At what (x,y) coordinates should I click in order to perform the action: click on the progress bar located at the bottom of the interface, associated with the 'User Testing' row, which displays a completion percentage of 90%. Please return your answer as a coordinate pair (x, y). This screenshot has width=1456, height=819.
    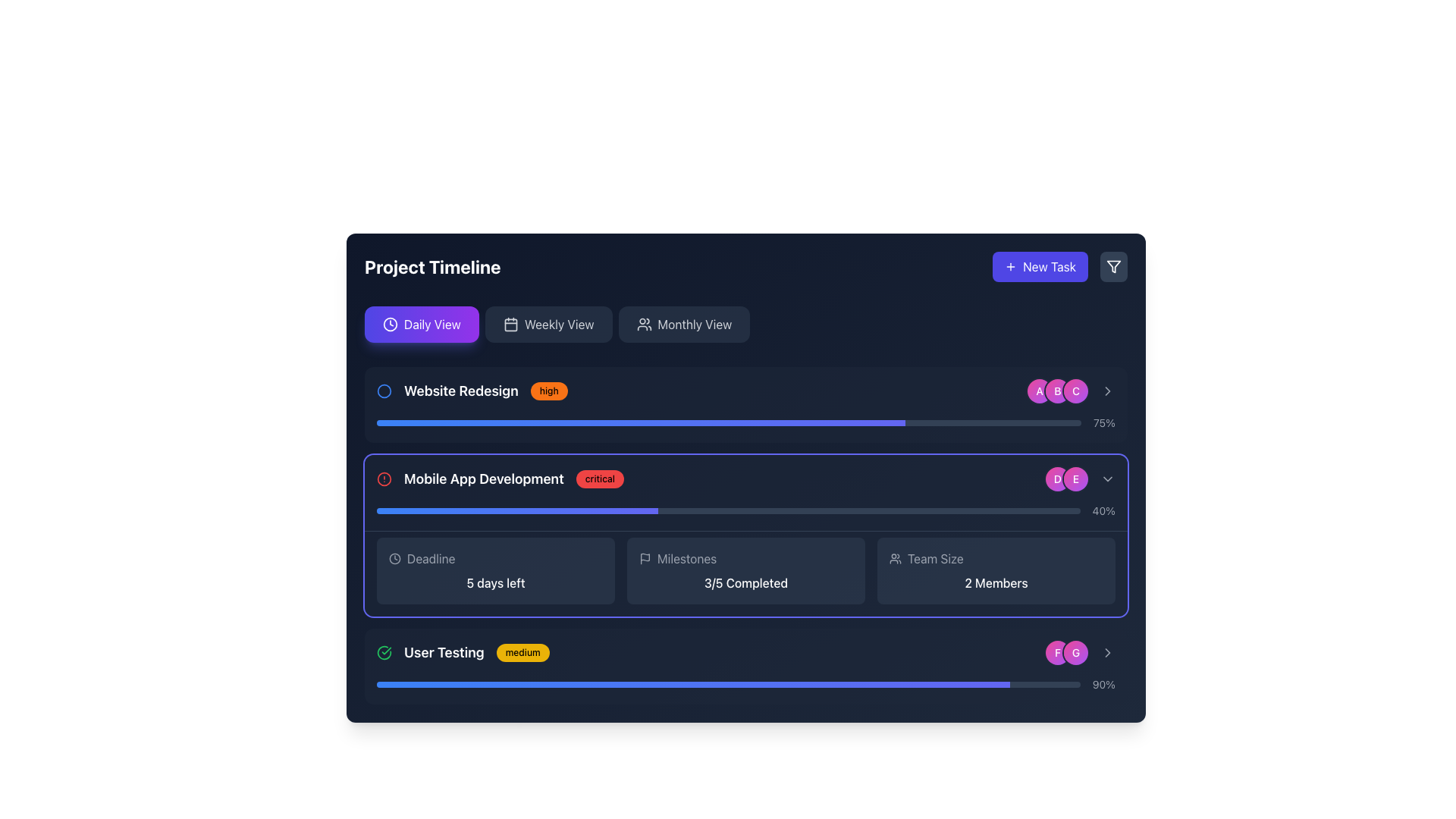
    Looking at the image, I should click on (728, 684).